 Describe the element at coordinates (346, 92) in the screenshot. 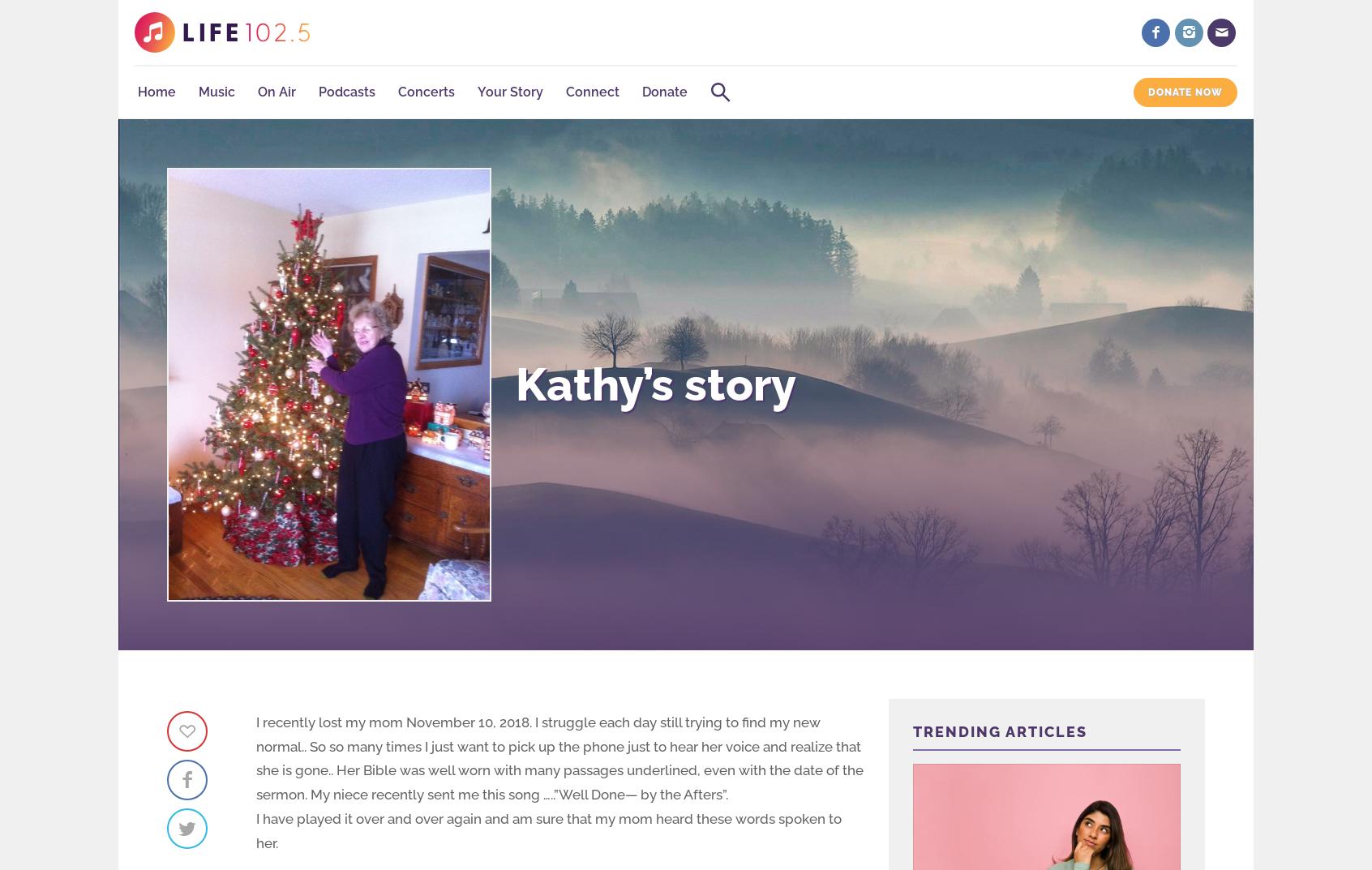

I see `'Podcasts'` at that location.